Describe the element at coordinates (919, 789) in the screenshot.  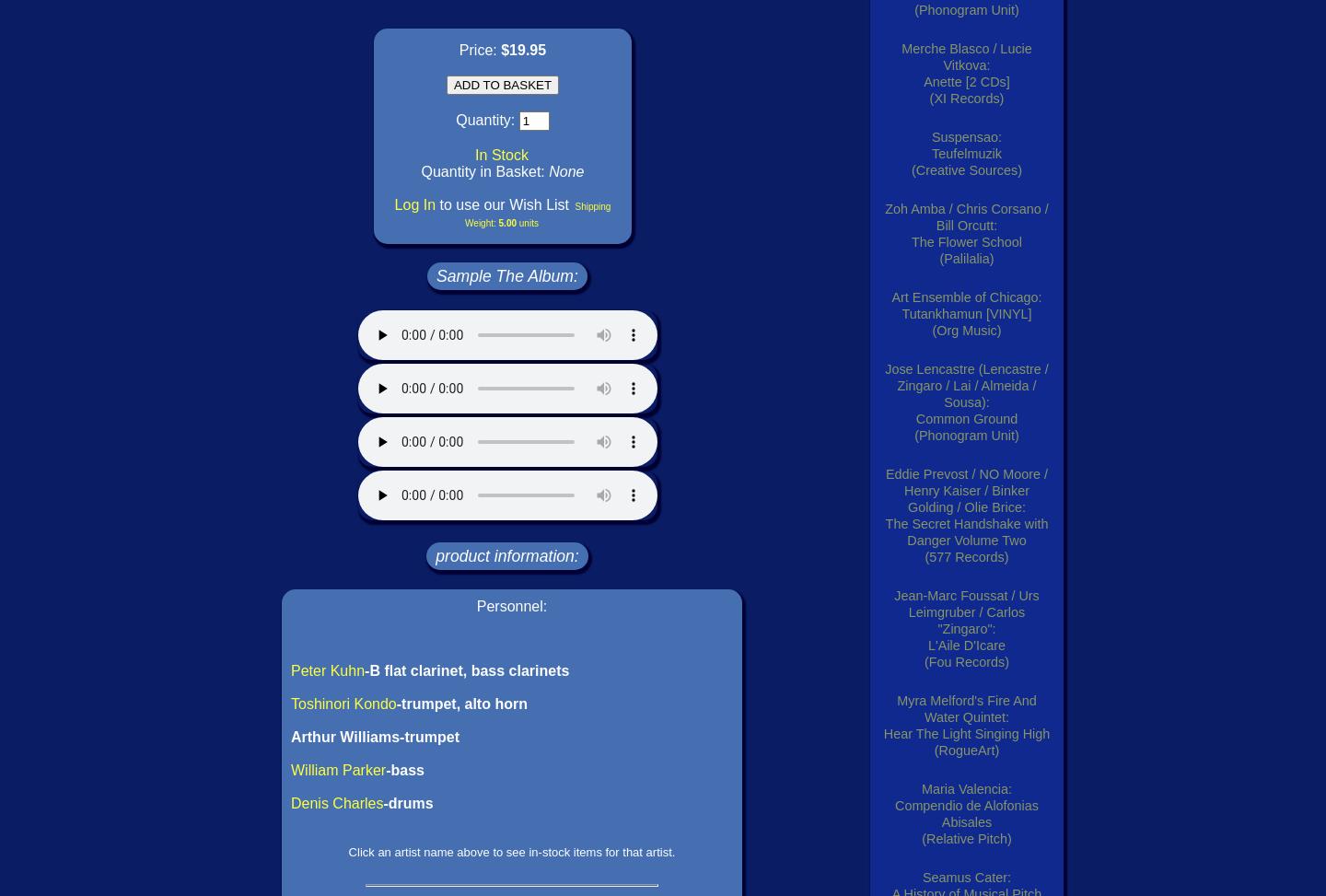
I see `'Maria Valencia:'` at that location.